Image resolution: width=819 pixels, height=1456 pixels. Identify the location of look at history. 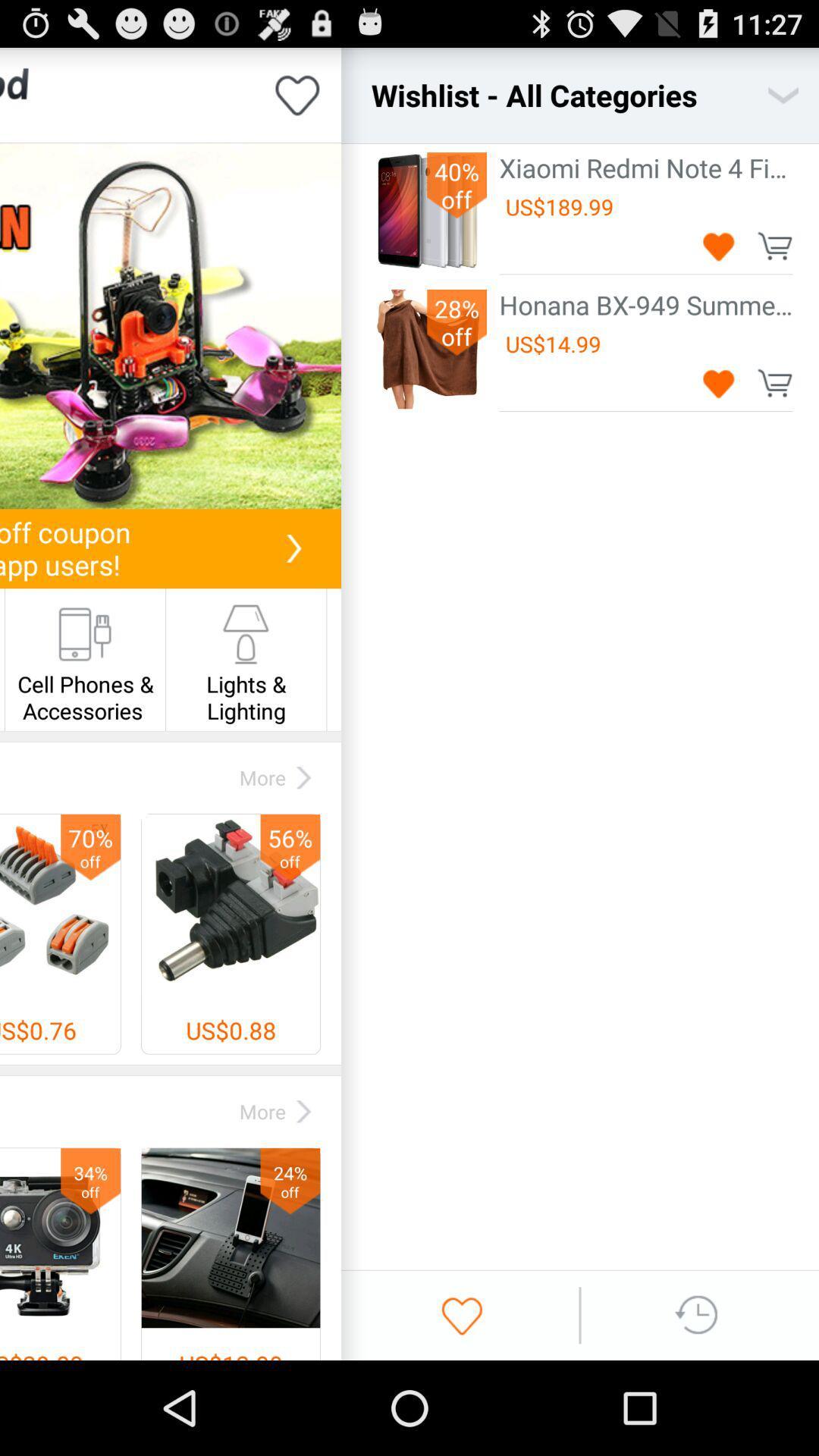
(698, 1314).